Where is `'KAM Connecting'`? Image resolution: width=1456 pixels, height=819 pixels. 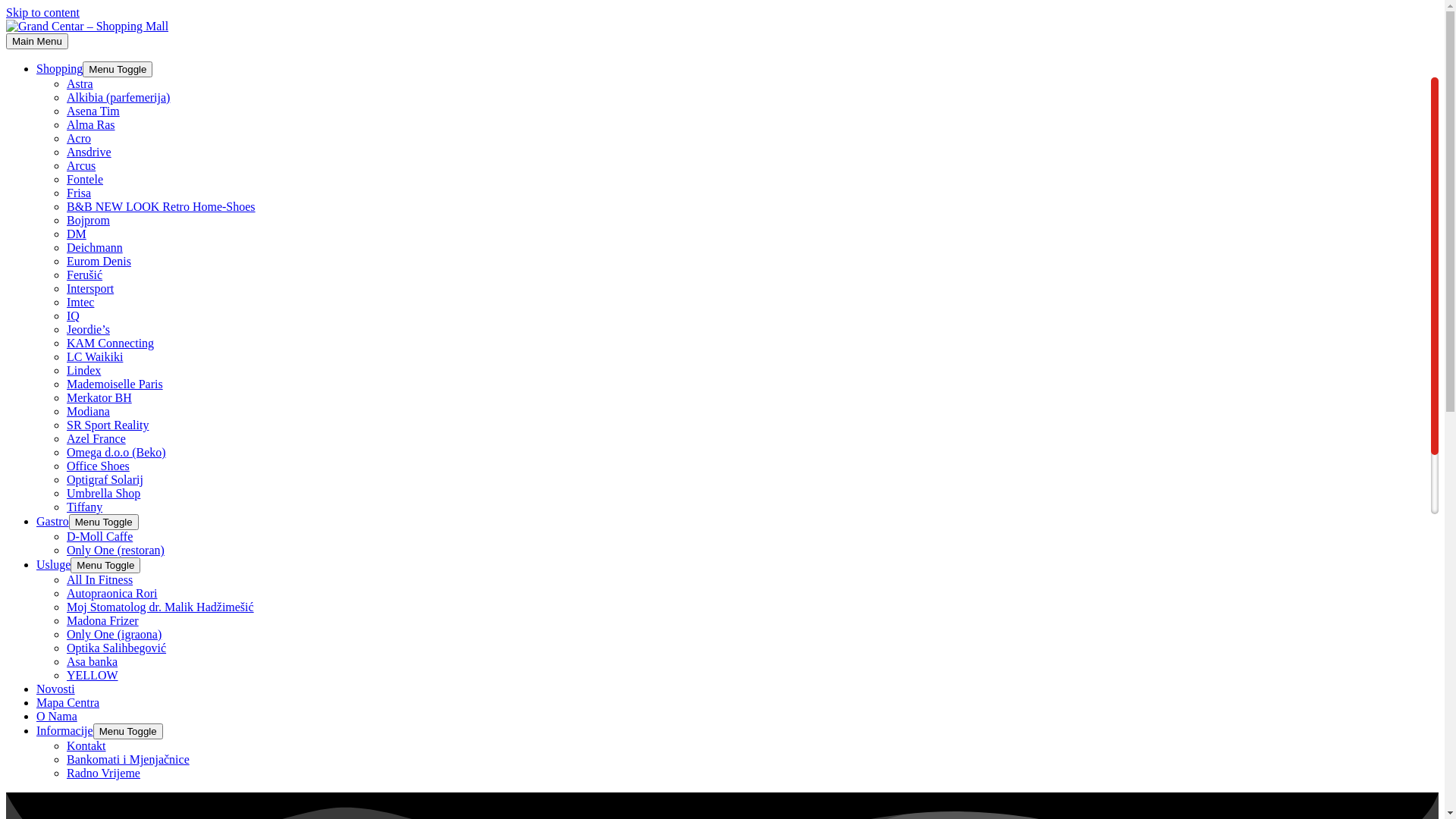 'KAM Connecting' is located at coordinates (65, 343).